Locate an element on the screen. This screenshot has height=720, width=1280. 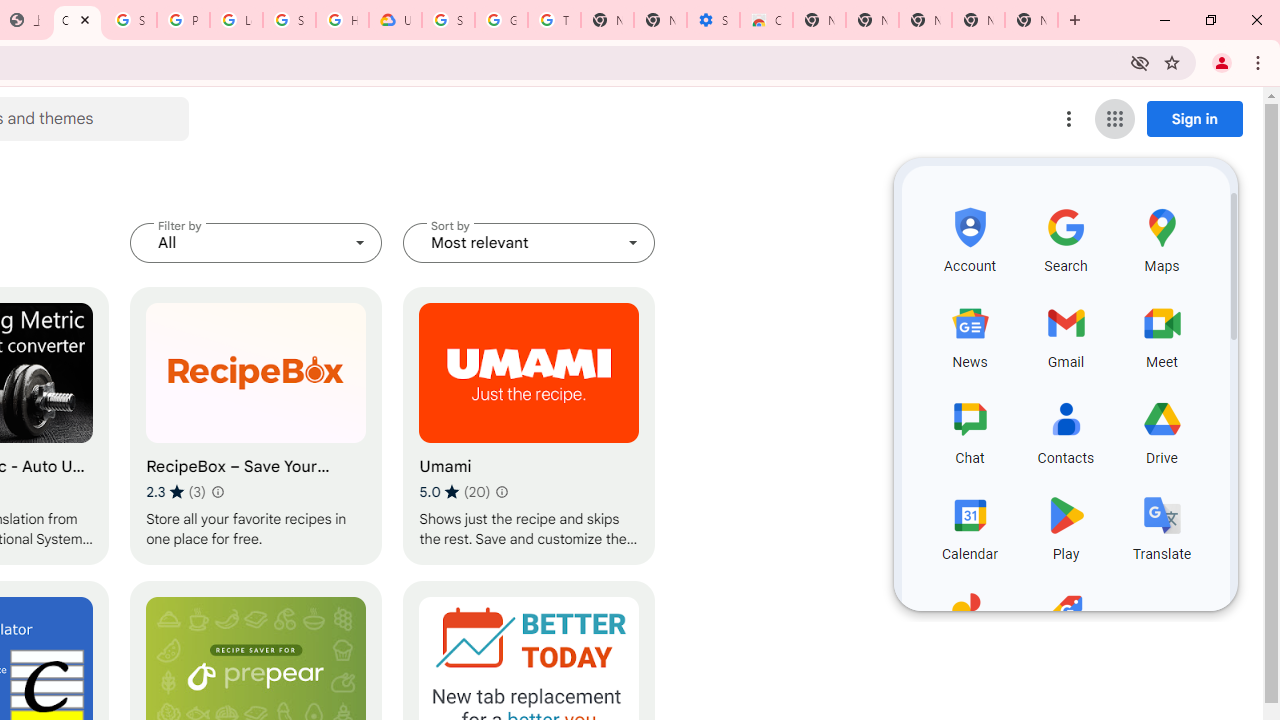
'Chrome Web Store - Household' is located at coordinates (77, 20).